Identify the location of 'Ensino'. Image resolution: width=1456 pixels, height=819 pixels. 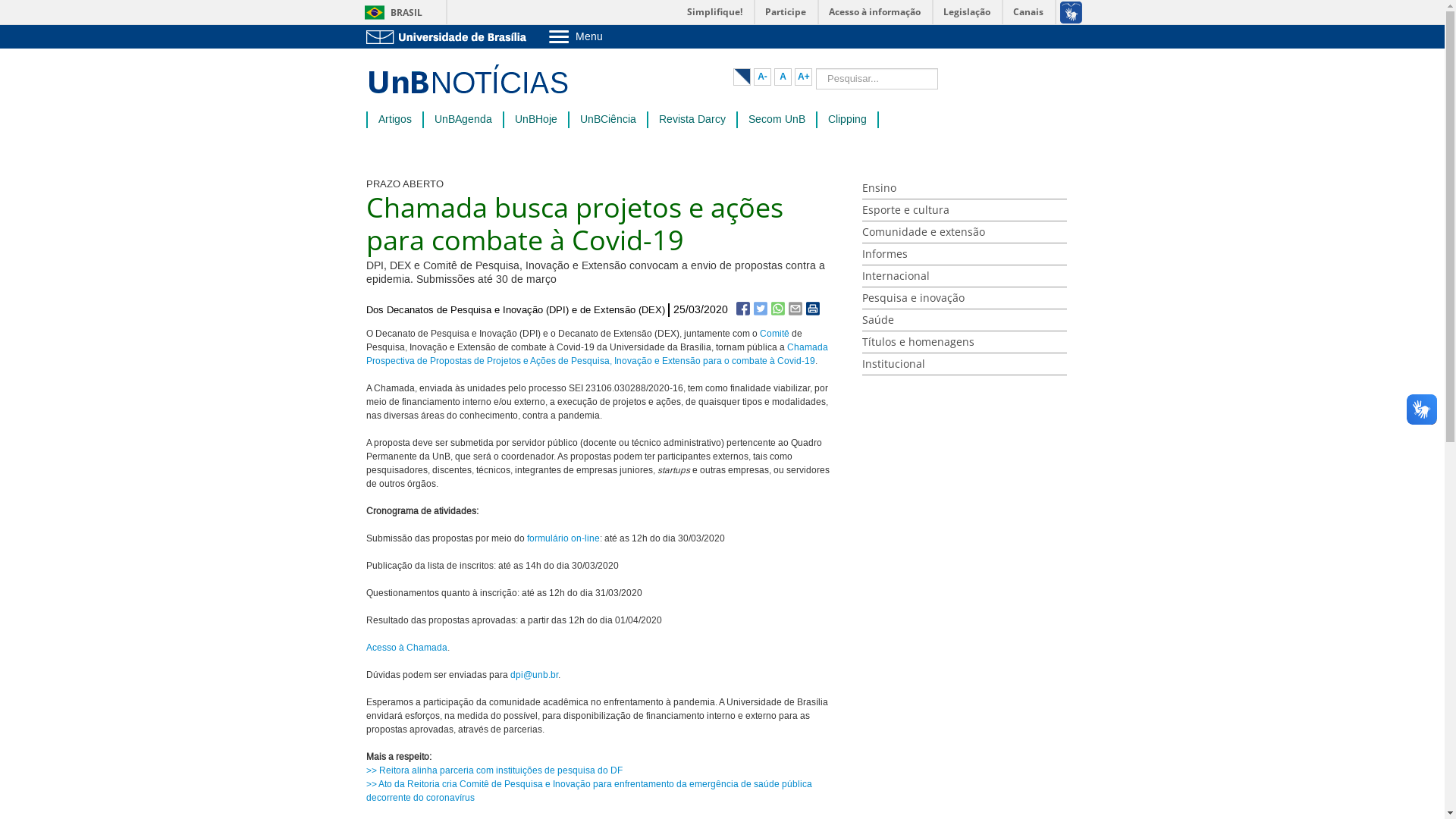
(964, 187).